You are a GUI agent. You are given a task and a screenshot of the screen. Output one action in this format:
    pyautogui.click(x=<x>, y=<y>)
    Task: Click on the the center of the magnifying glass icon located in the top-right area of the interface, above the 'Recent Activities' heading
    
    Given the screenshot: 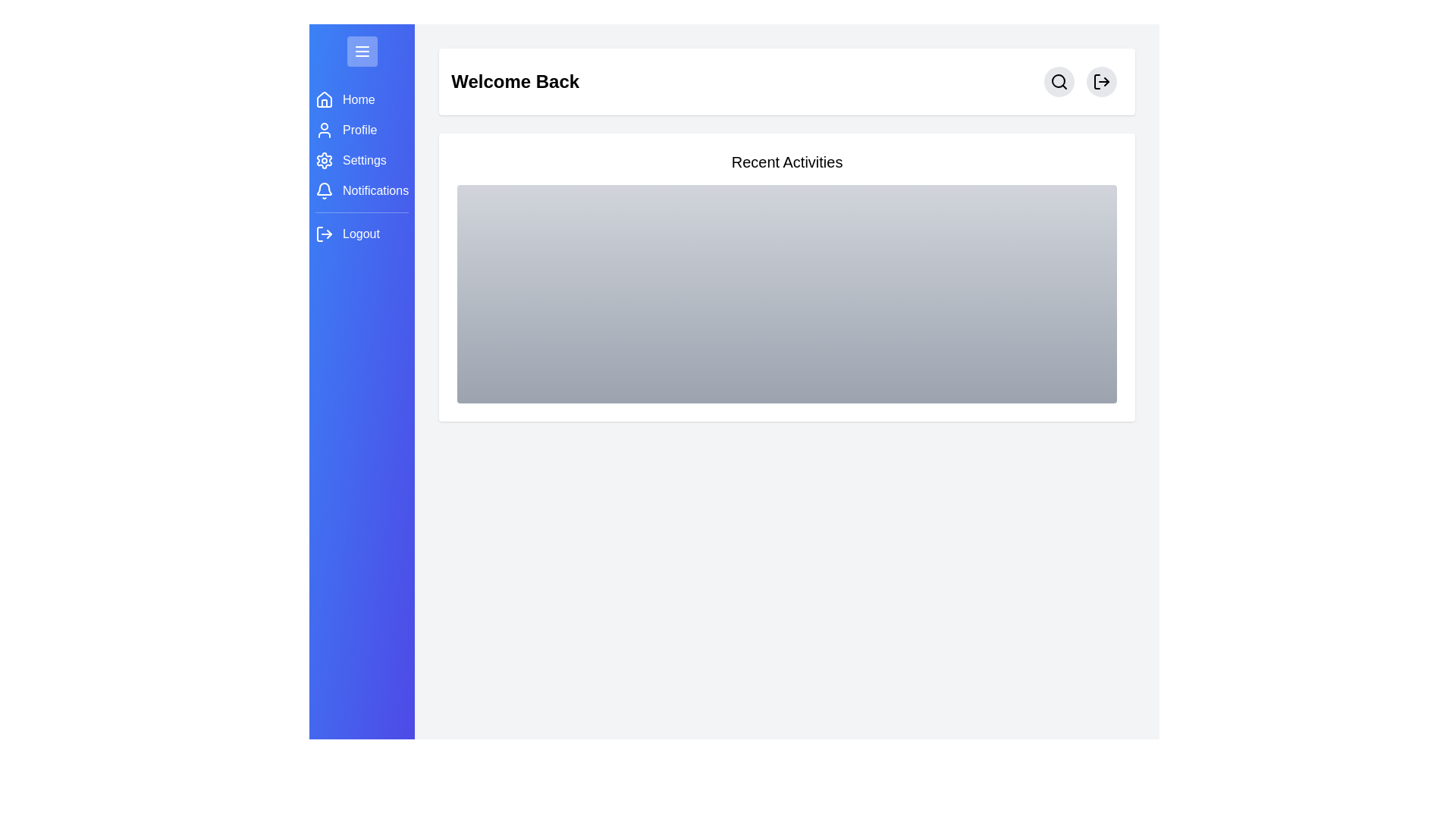 What is the action you would take?
    pyautogui.click(x=1058, y=81)
    